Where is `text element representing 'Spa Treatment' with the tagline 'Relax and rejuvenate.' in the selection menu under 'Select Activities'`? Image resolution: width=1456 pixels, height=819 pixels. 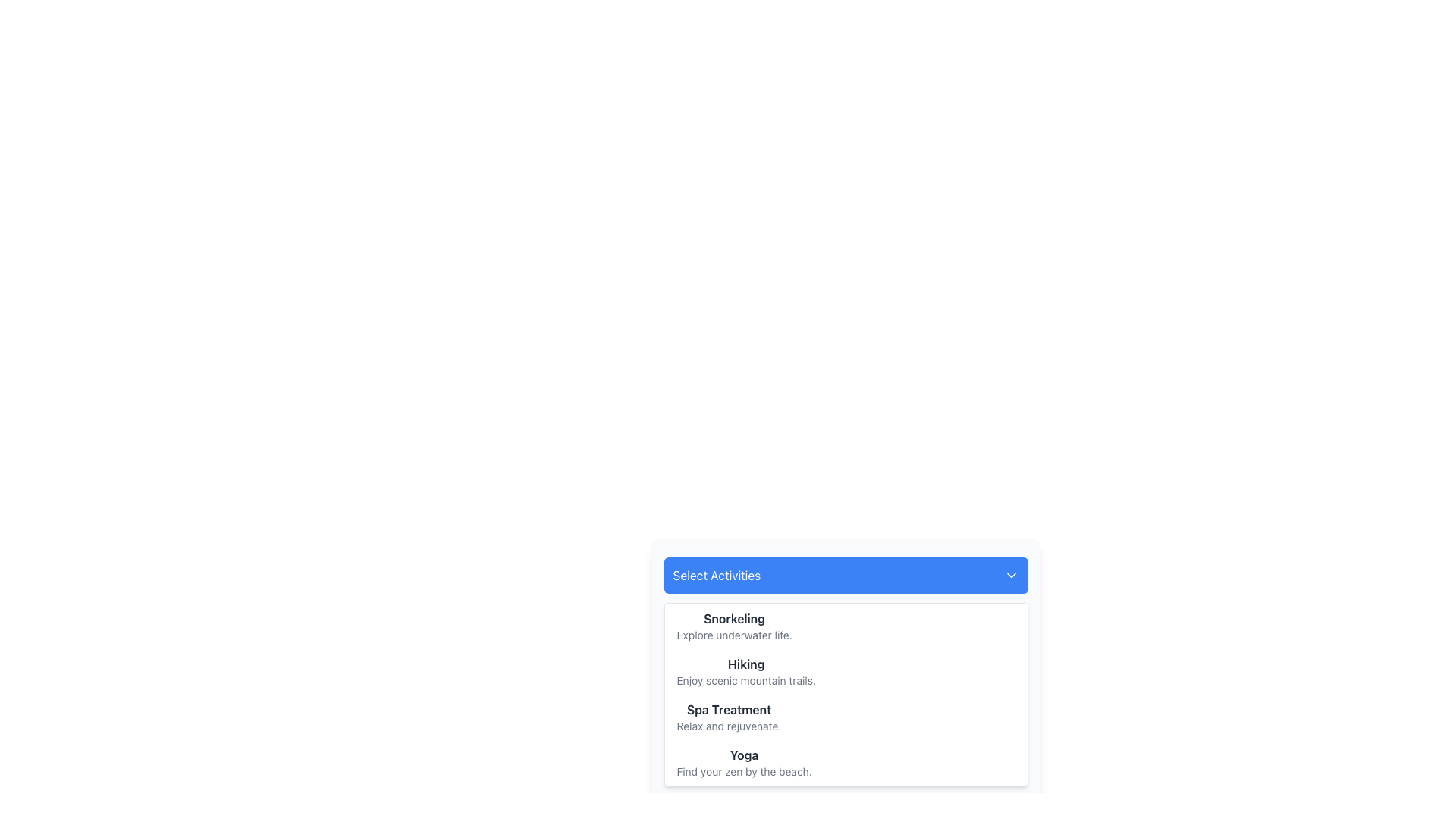
text element representing 'Spa Treatment' with the tagline 'Relax and rejuvenate.' in the selection menu under 'Select Activities' is located at coordinates (729, 717).